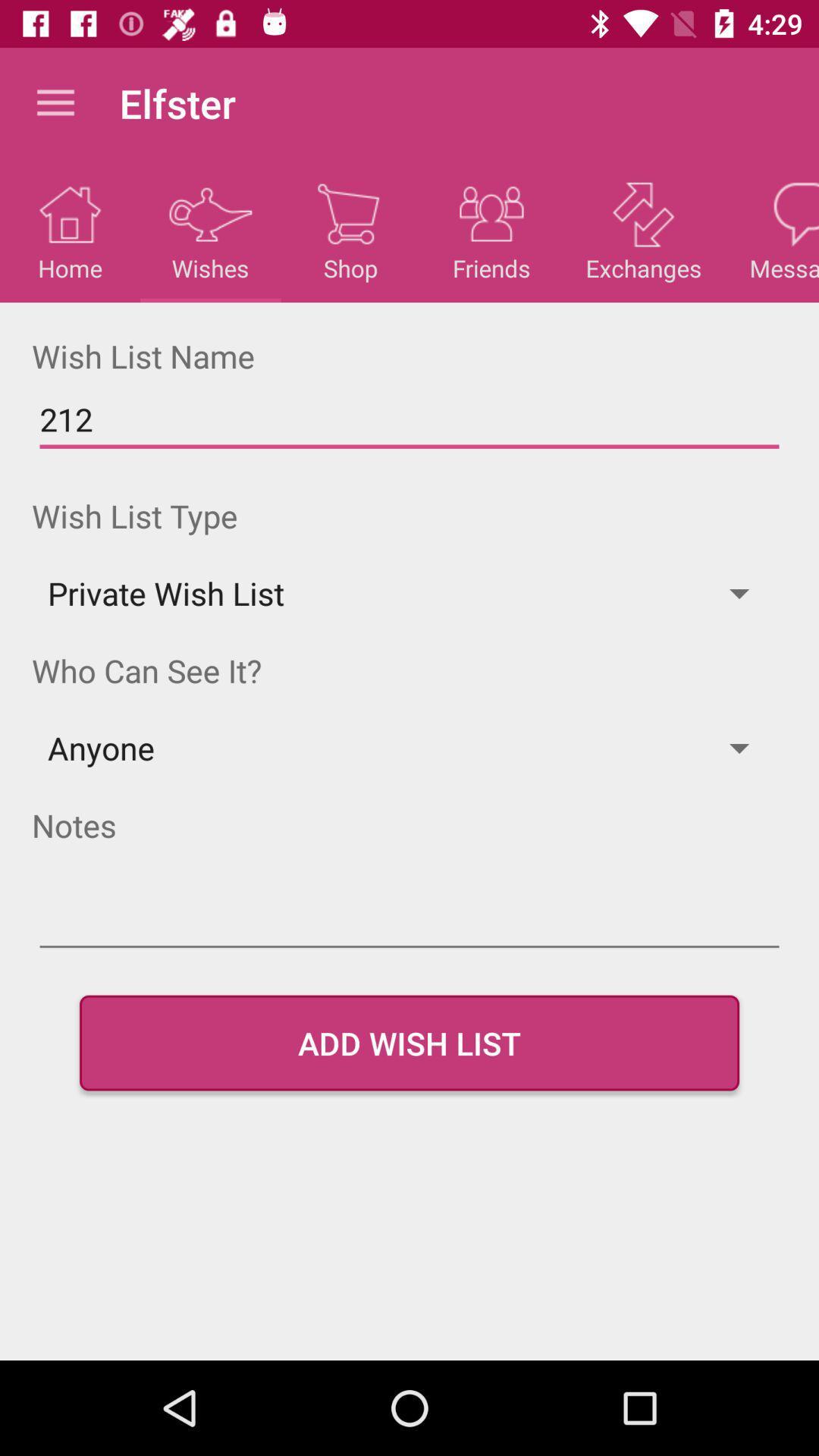 The image size is (819, 1456). What do you see at coordinates (409, 419) in the screenshot?
I see `the icon above the wish list type item` at bounding box center [409, 419].